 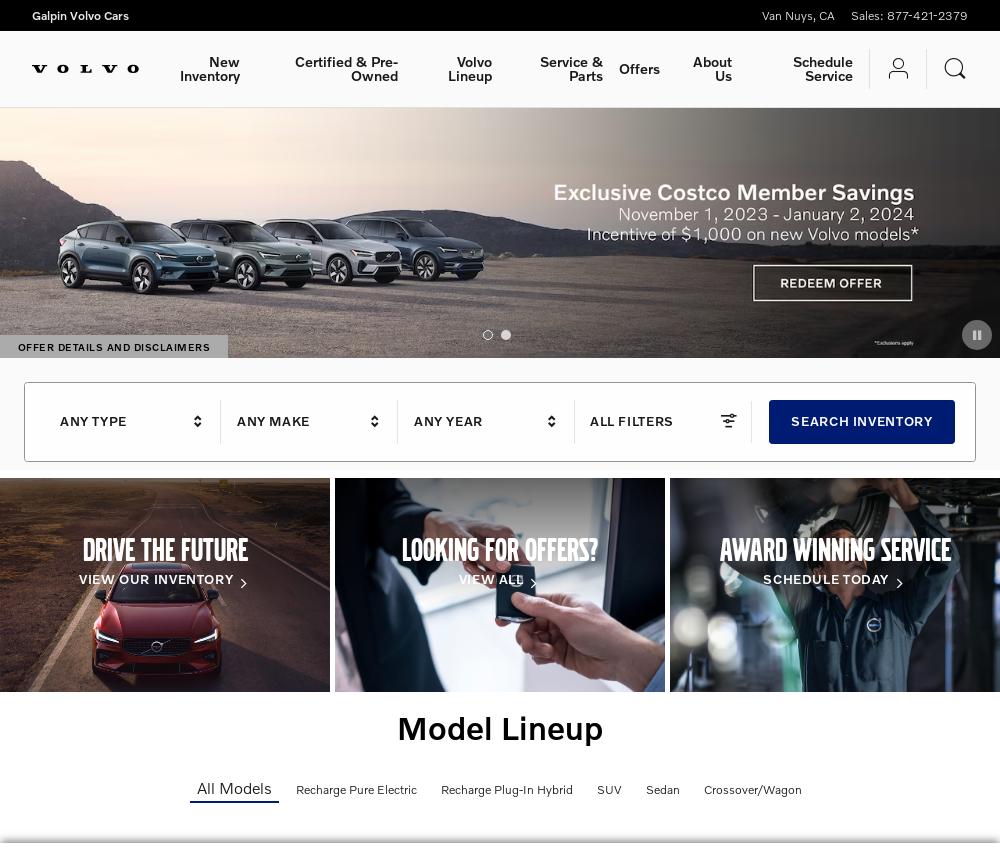 I want to click on 'View All', so click(x=489, y=576).